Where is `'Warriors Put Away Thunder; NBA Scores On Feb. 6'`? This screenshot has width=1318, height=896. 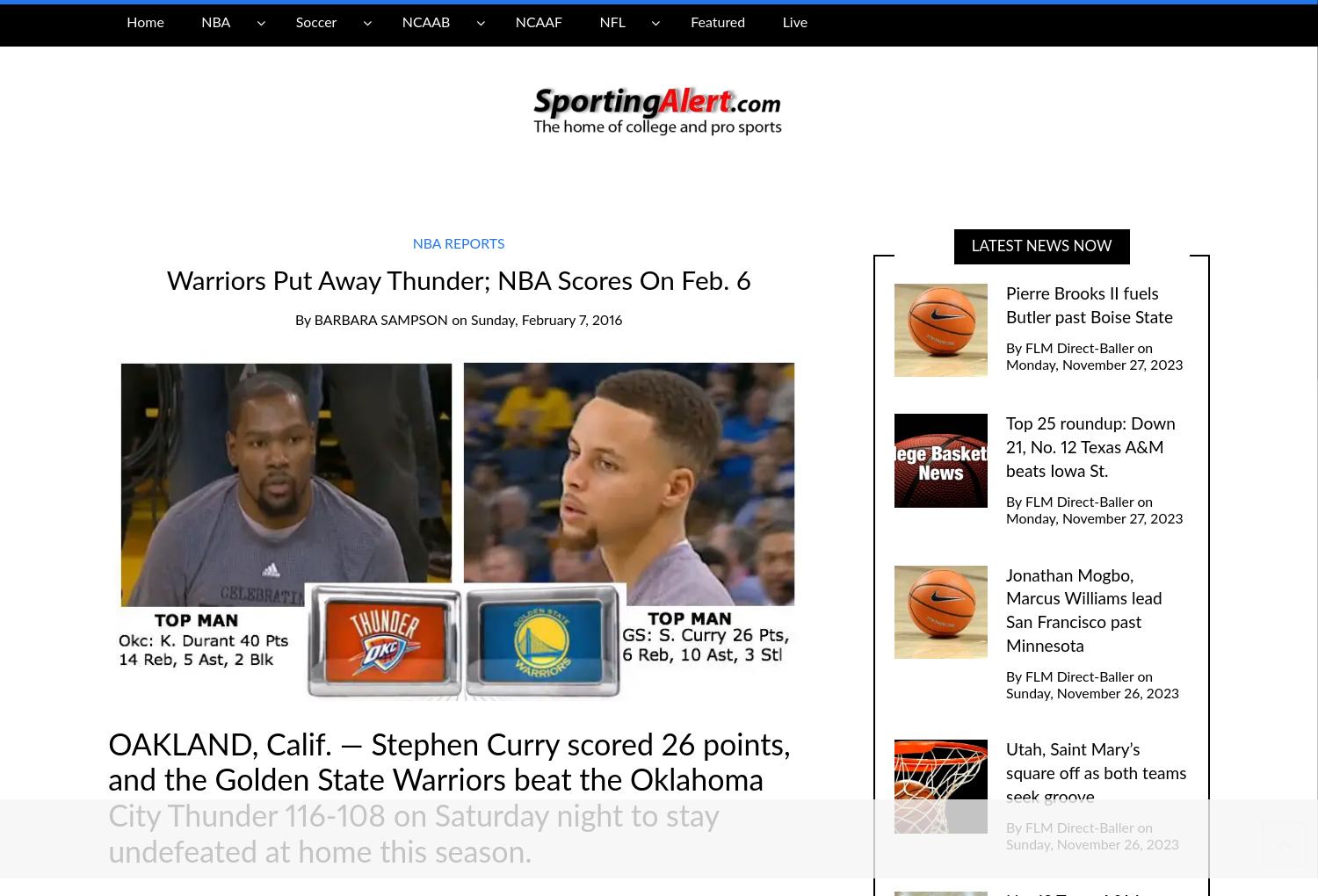 'Warriors Put Away Thunder; NBA Scores On Feb. 6' is located at coordinates (458, 280).